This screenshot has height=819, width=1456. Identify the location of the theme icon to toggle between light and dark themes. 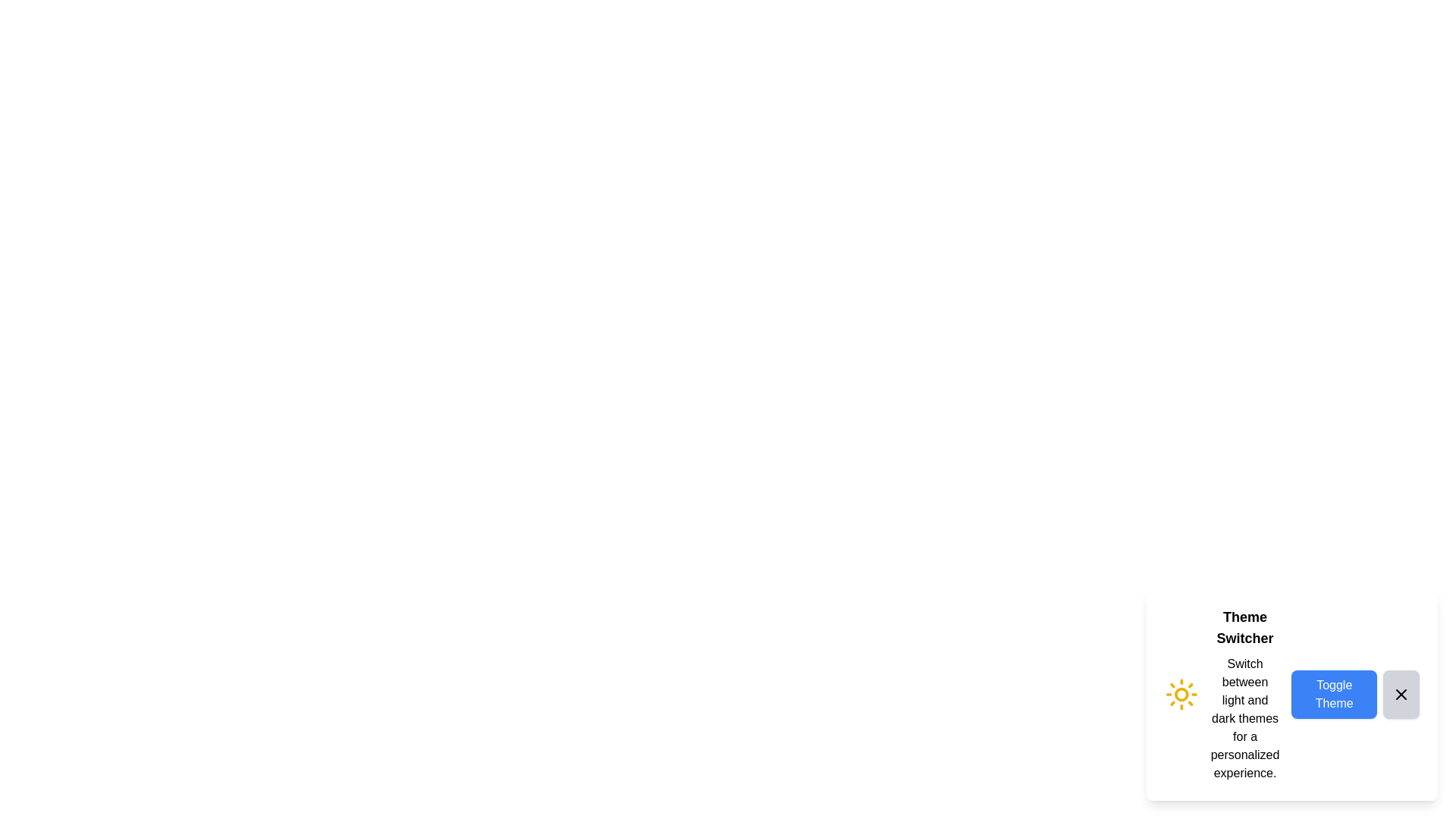
(1181, 694).